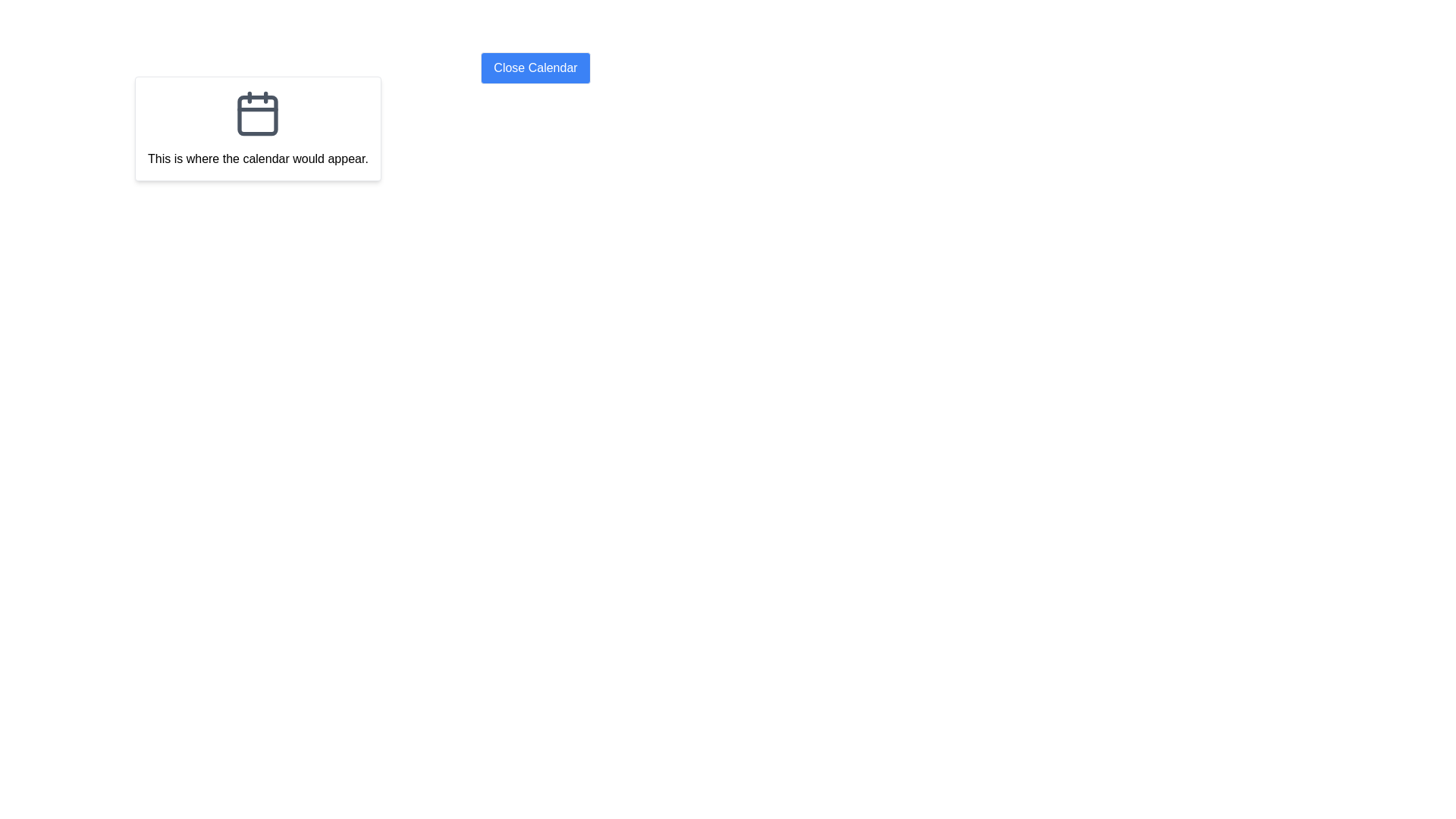 The image size is (1456, 819). I want to click on the informational panel with a calendar icon and the text stating 'This is where the calendar would appear.', located below the 'Close Calendar' button, so click(258, 127).